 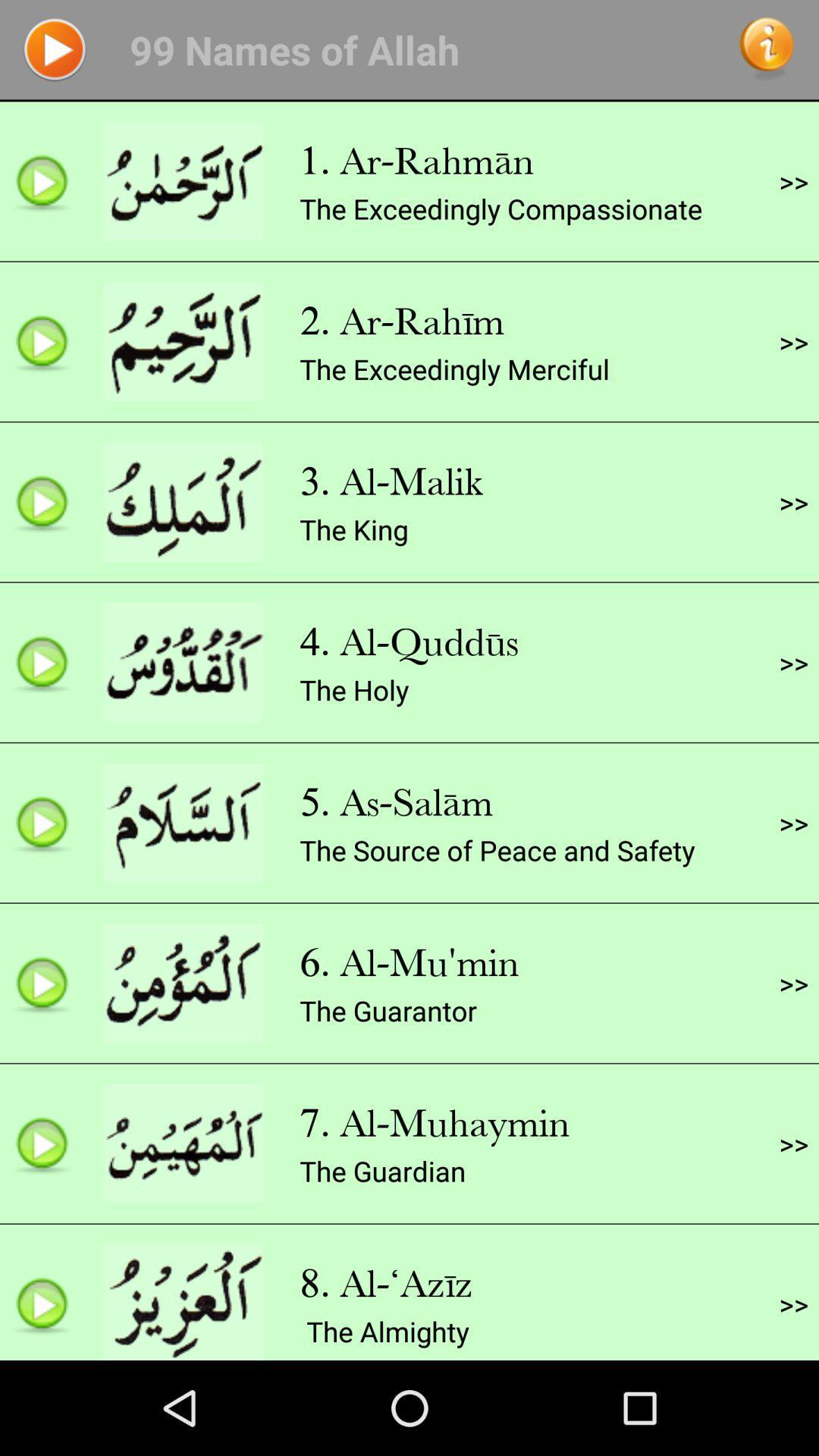 I want to click on the the guarantor, so click(x=388, y=1010).